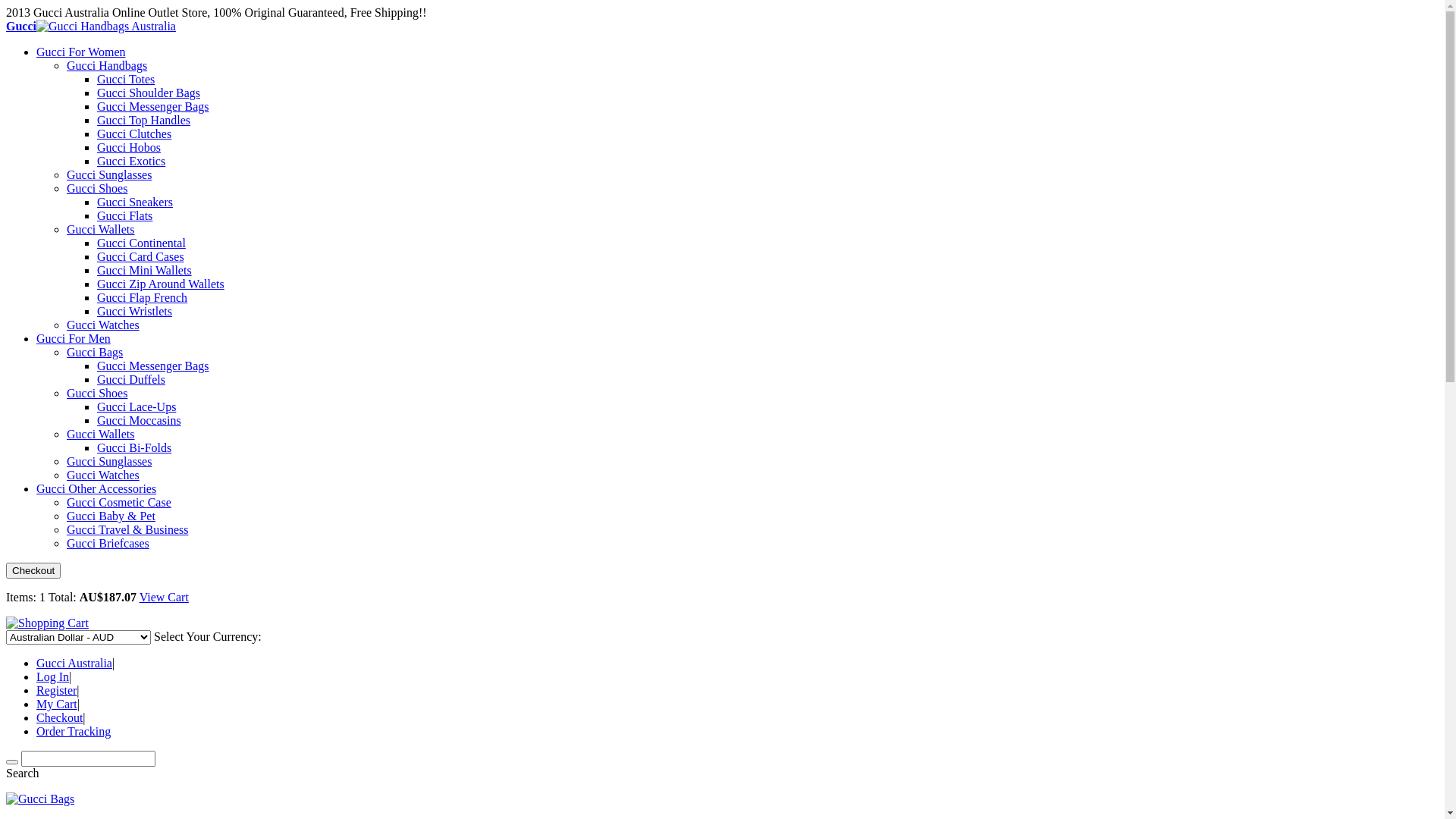 This screenshot has width=1456, height=819. Describe the element at coordinates (72, 337) in the screenshot. I see `'Gucci For Men'` at that location.